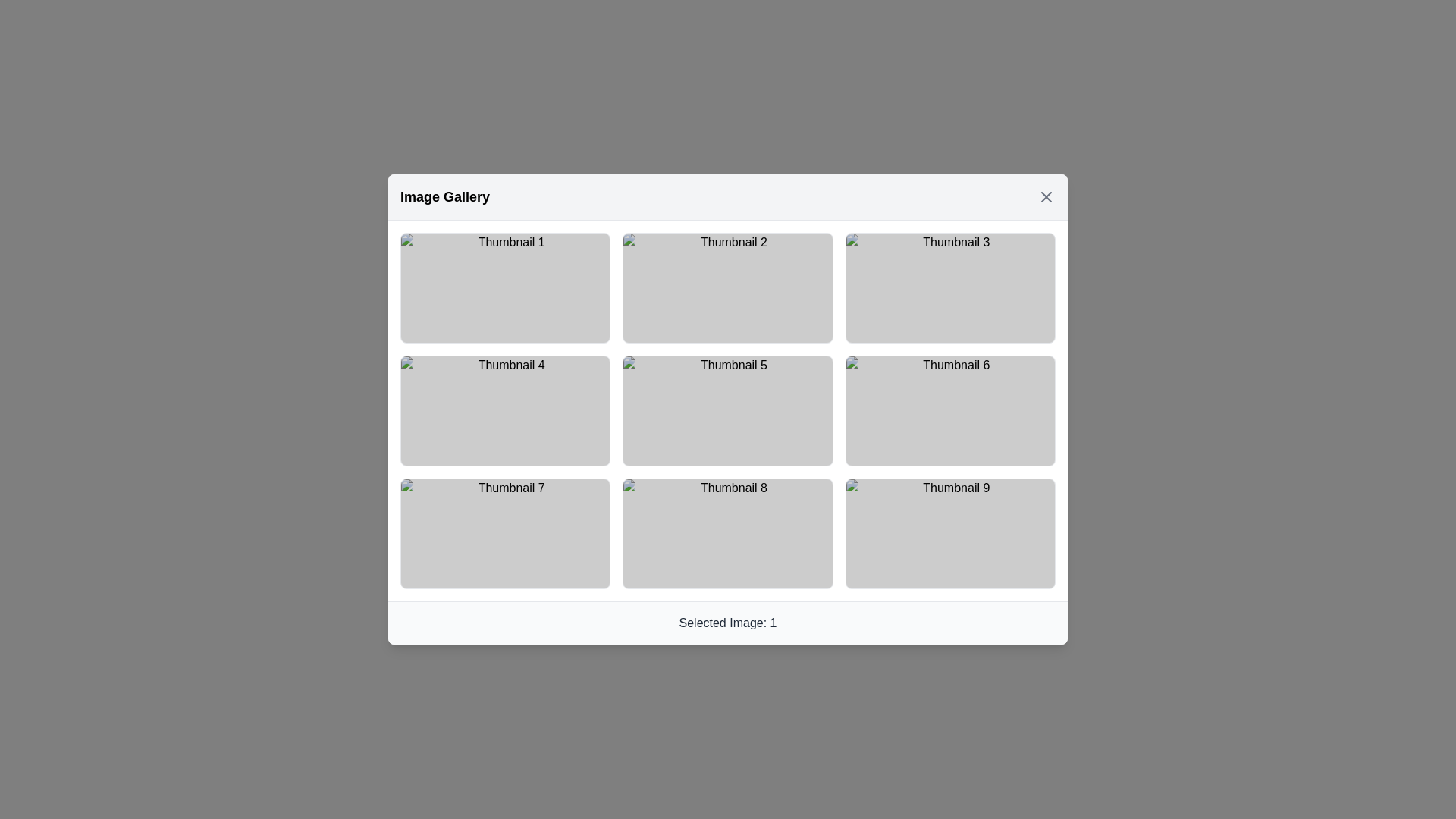 This screenshot has height=819, width=1456. What do you see at coordinates (728, 288) in the screenshot?
I see `the interactive thumbnail component located in the image gallery grid, which is the second thumbnail in the first row` at bounding box center [728, 288].